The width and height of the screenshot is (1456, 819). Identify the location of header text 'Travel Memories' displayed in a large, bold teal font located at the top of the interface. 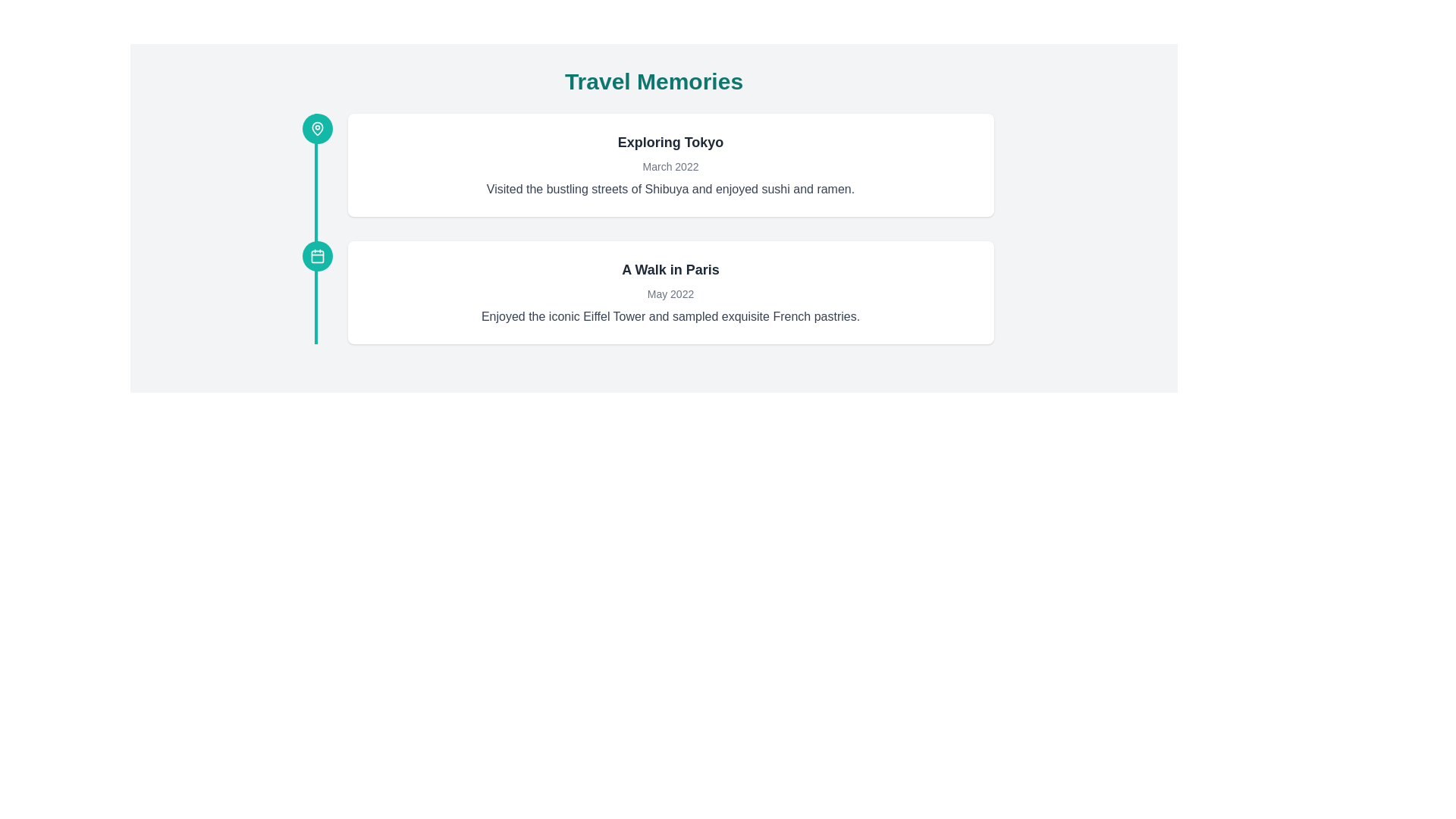
(654, 82).